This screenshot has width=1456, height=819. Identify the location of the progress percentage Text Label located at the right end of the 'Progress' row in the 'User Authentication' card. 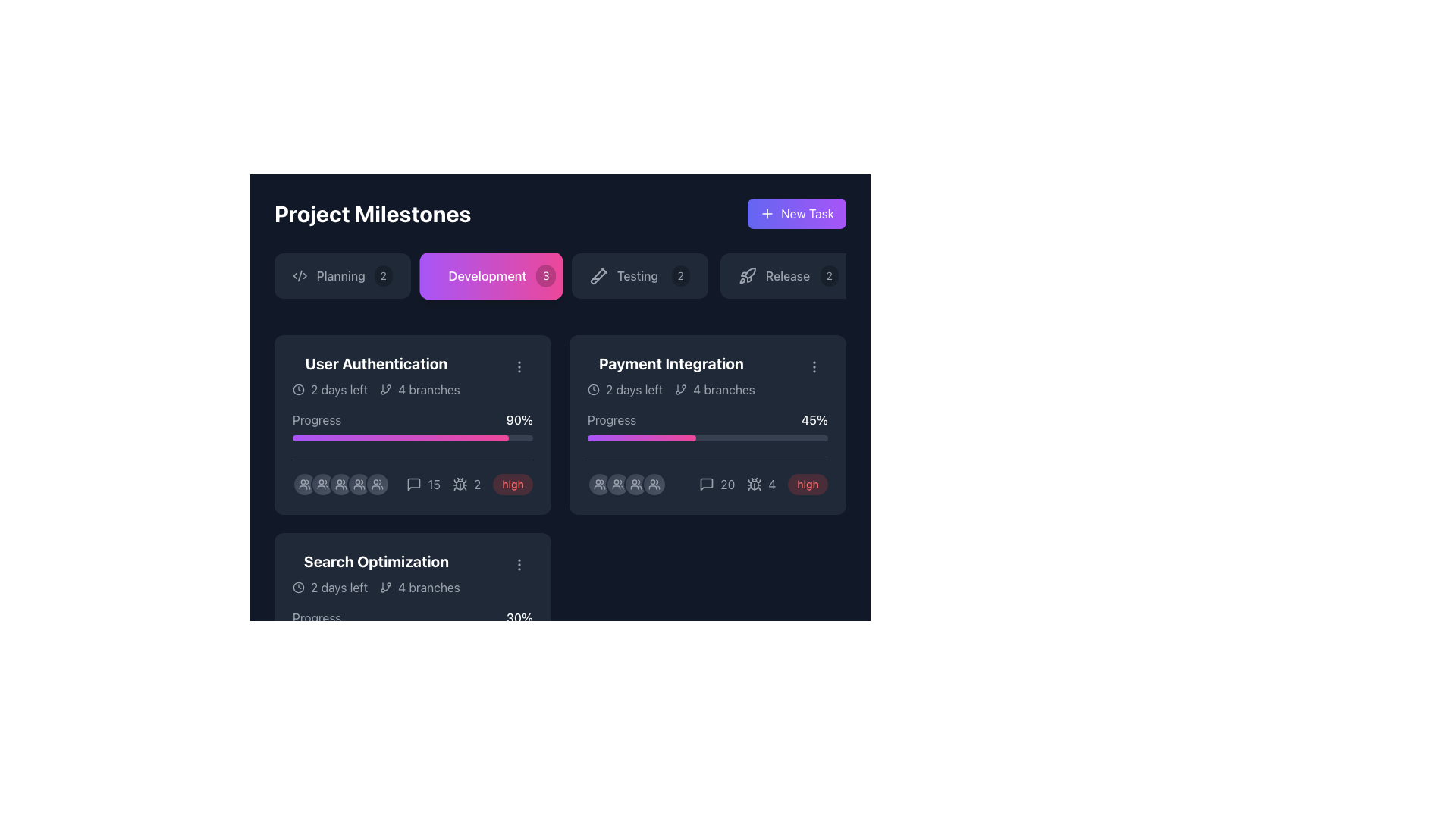
(519, 420).